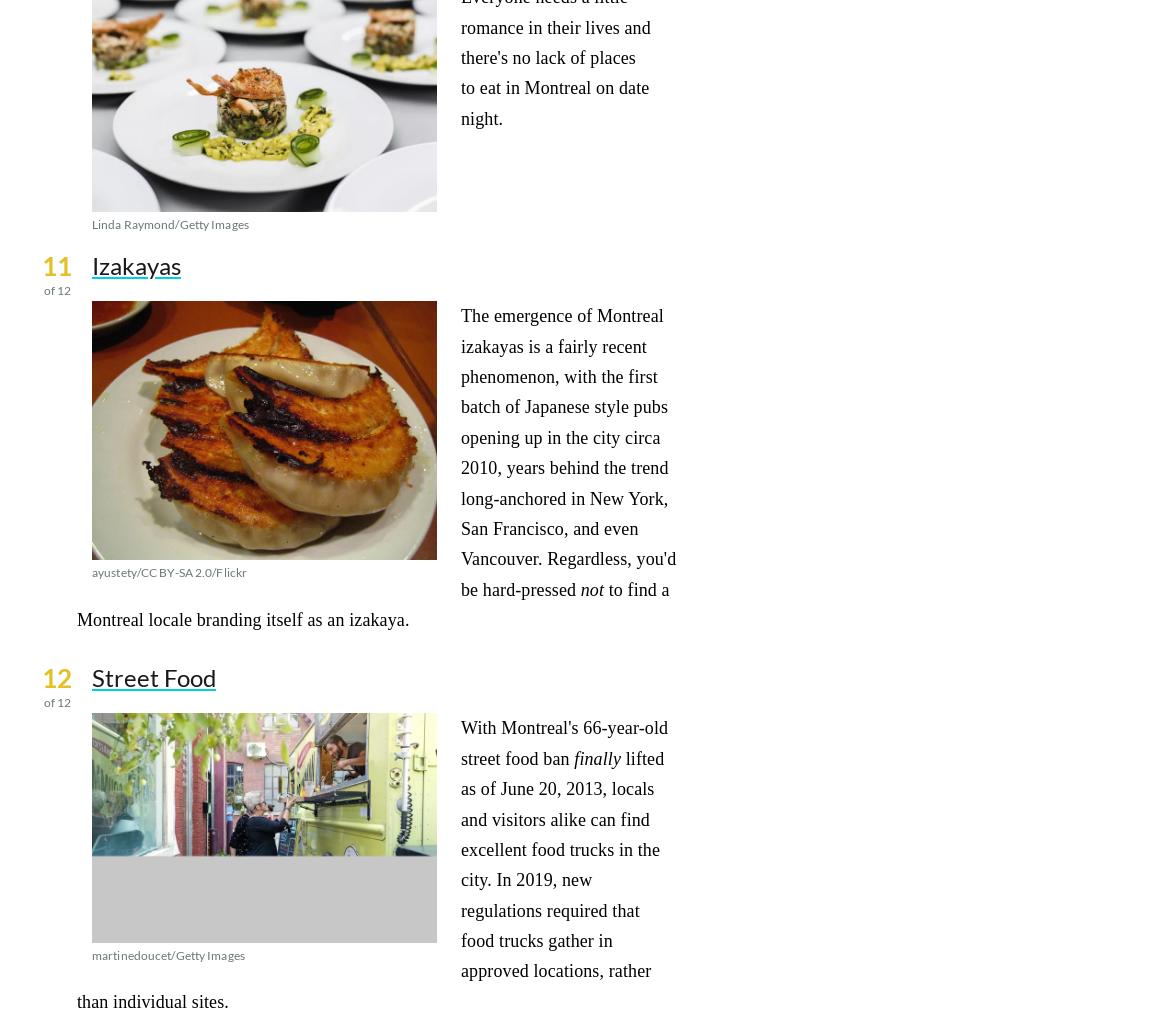  I want to click on 'finally', so click(596, 757).